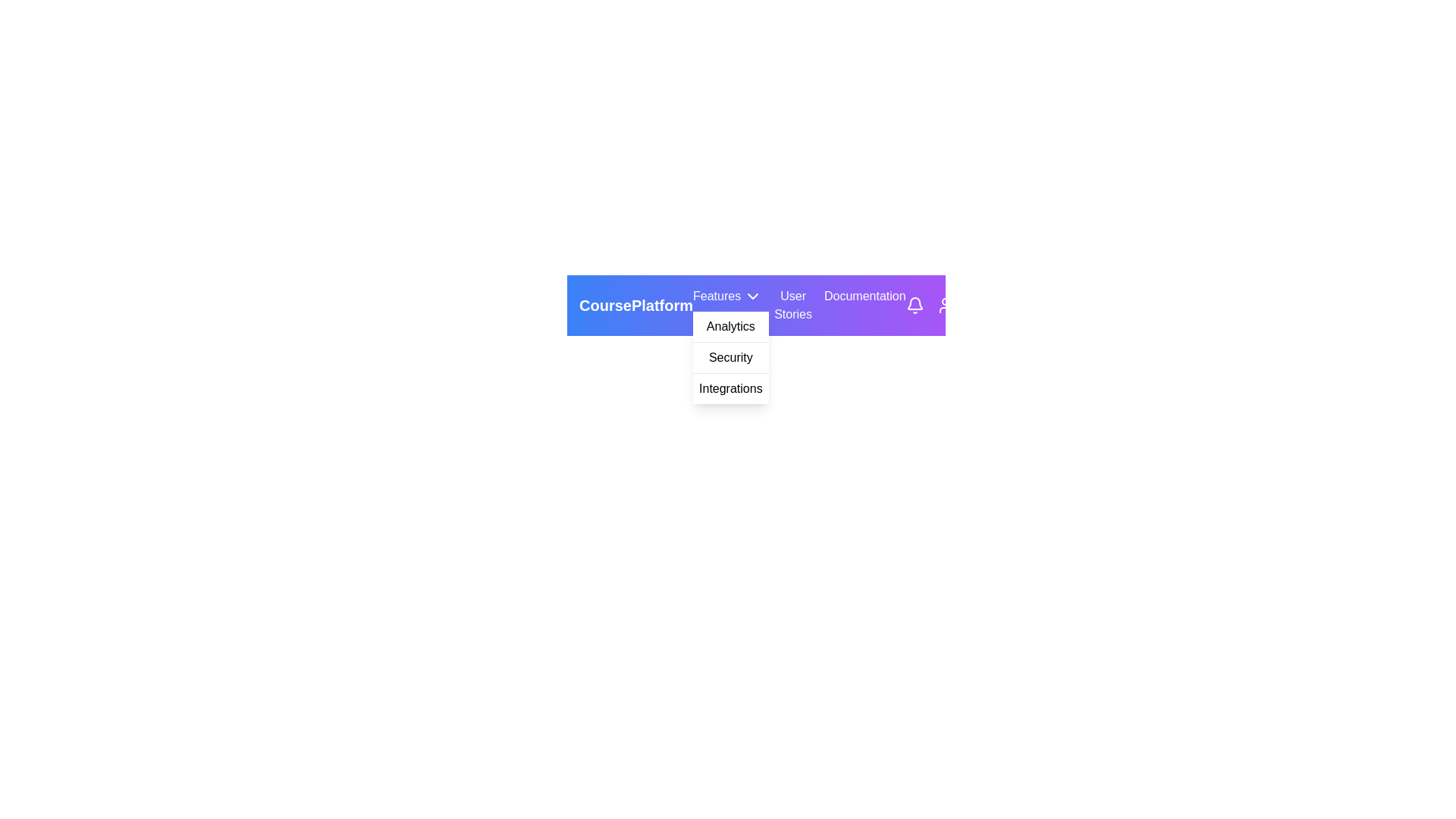  Describe the element at coordinates (730, 326) in the screenshot. I see `the first menu item in the dropdown under the 'Features' category` at that location.